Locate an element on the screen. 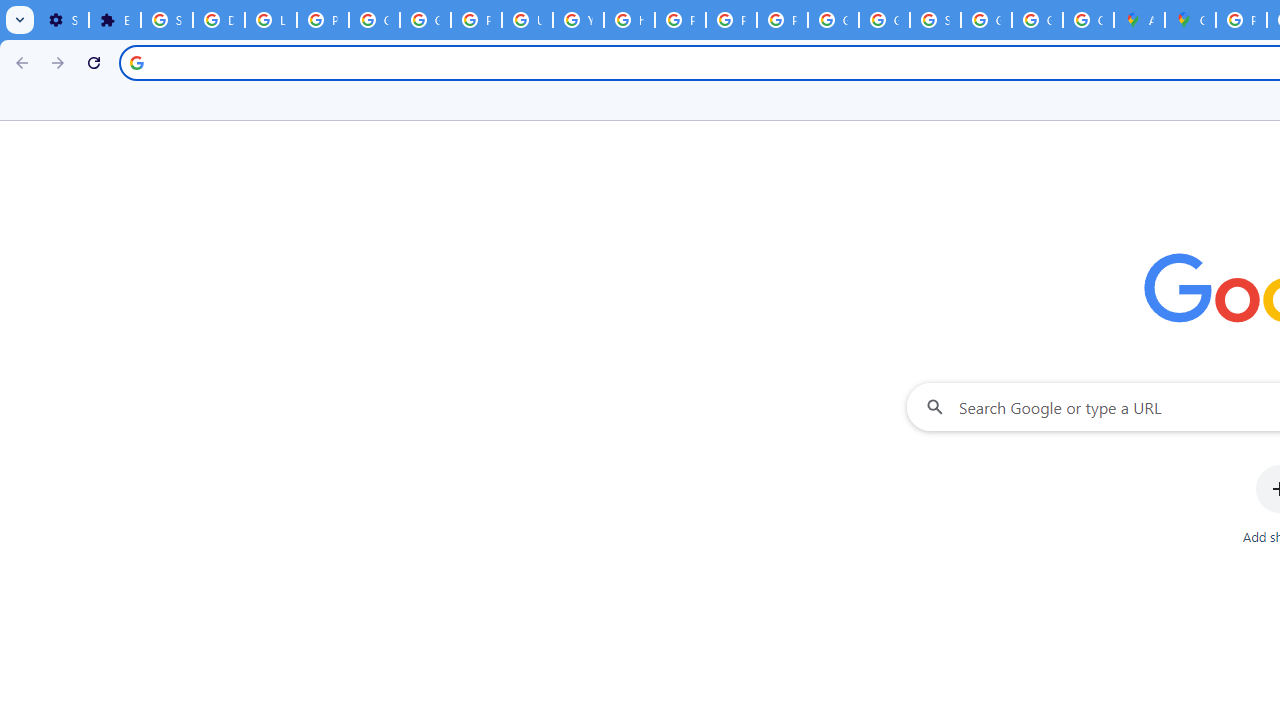 The image size is (1280, 720). 'Sign in - Google Accounts' is located at coordinates (167, 20).